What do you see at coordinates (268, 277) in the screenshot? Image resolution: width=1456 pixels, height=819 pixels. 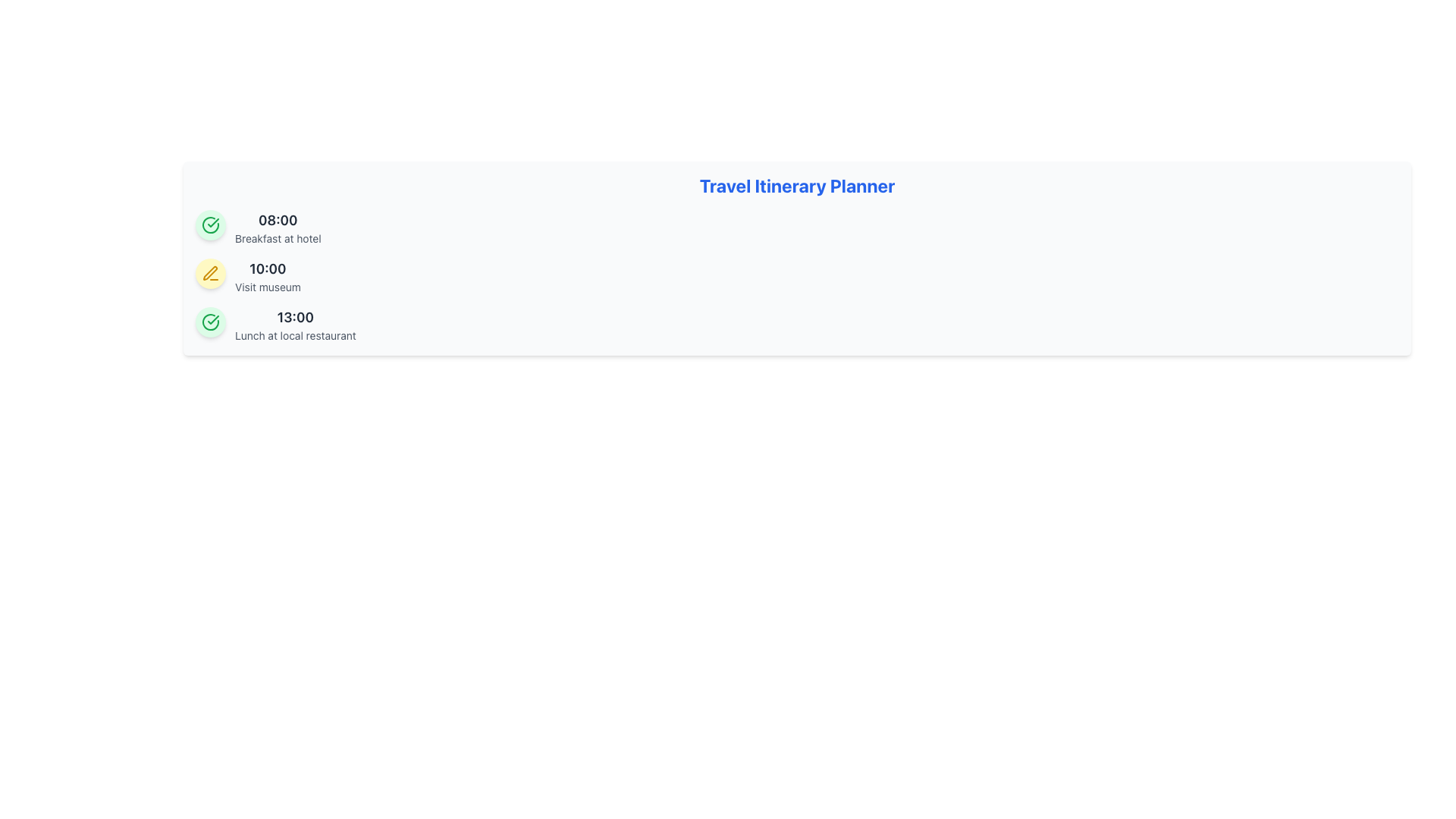 I see `the text block that displays the schedule entry showing '10:00' and 'Visit museum', which is centrally located between '08:00 Breakfast at hotel' and '13:00 Lunch at local restaurant'` at bounding box center [268, 277].